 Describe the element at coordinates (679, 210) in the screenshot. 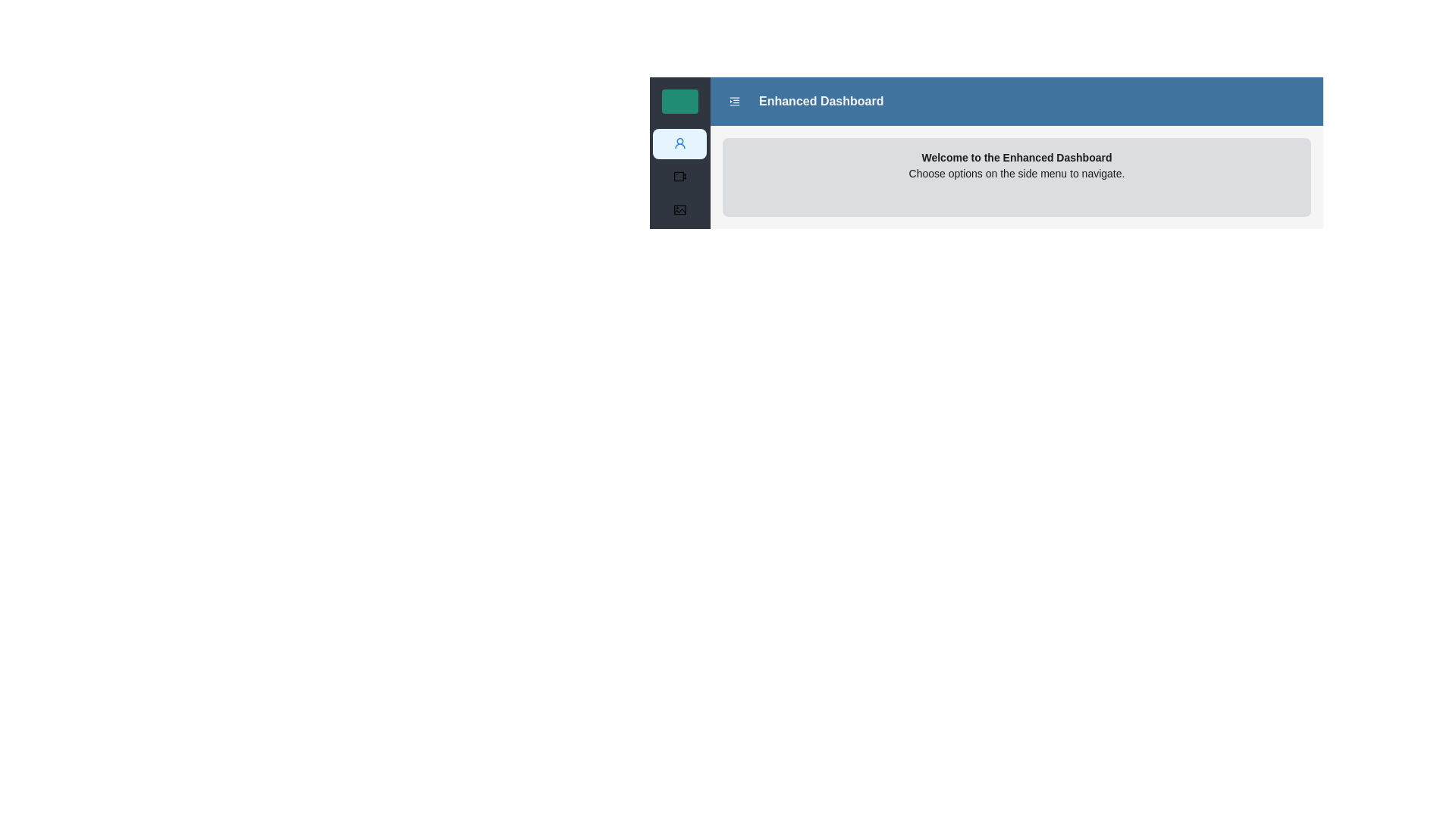

I see `the small dark gray icon representing a picture frame` at that location.